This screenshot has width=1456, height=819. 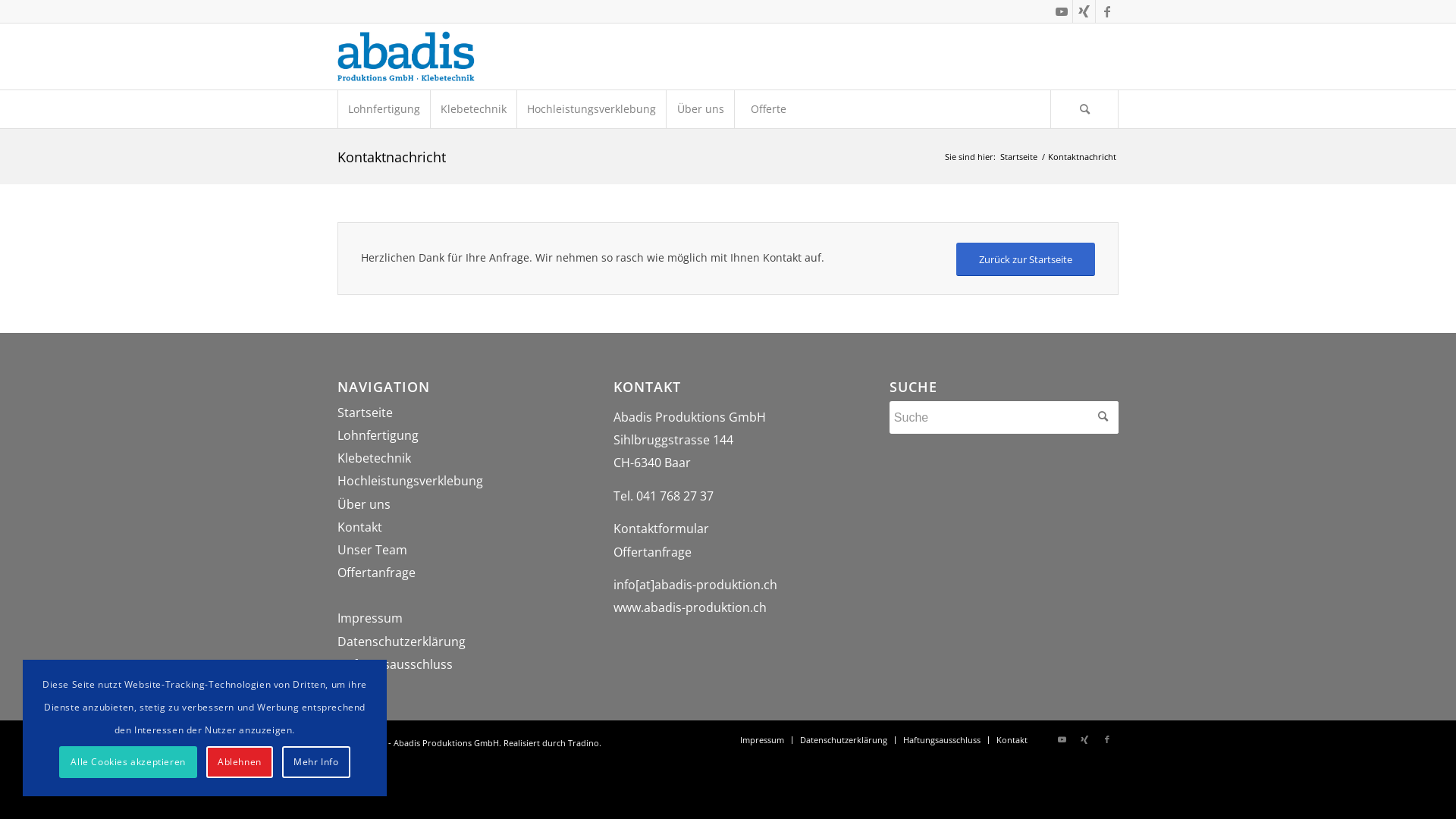 What do you see at coordinates (1072, 739) in the screenshot?
I see `'Xing'` at bounding box center [1072, 739].